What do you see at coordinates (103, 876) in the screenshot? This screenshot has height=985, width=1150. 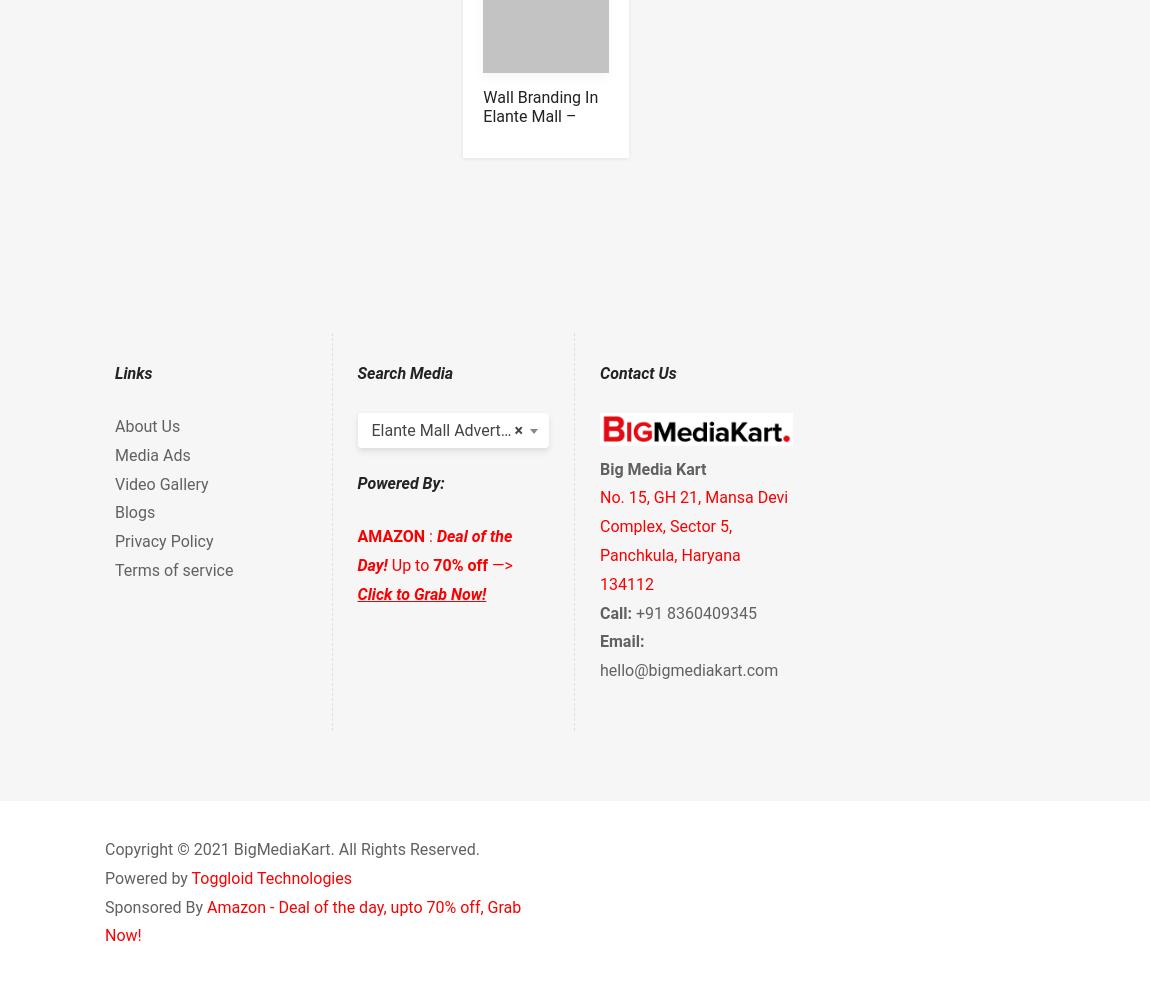 I see `'Powered by'` at bounding box center [103, 876].